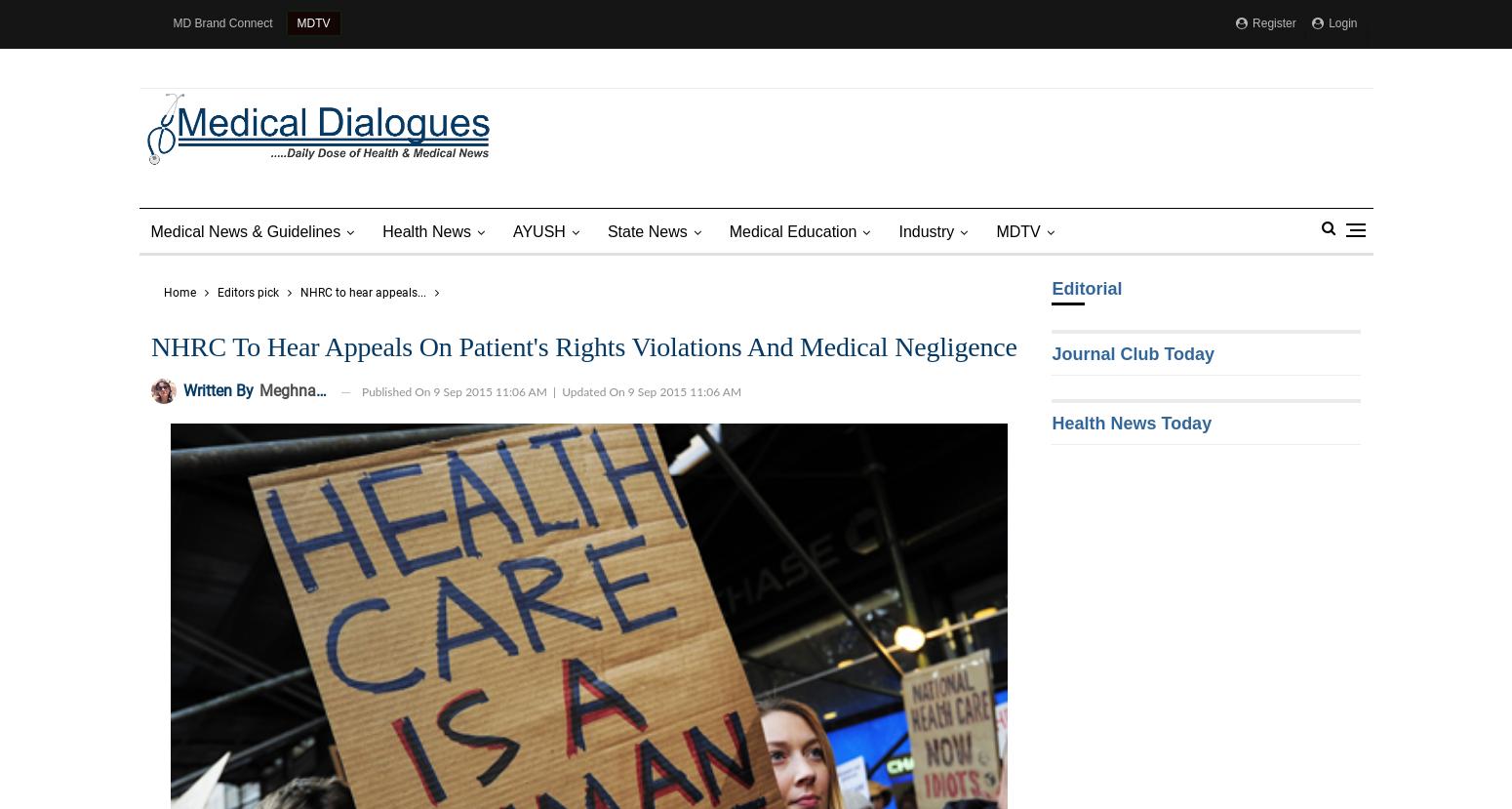  What do you see at coordinates (791, 230) in the screenshot?
I see `'Medical Education'` at bounding box center [791, 230].